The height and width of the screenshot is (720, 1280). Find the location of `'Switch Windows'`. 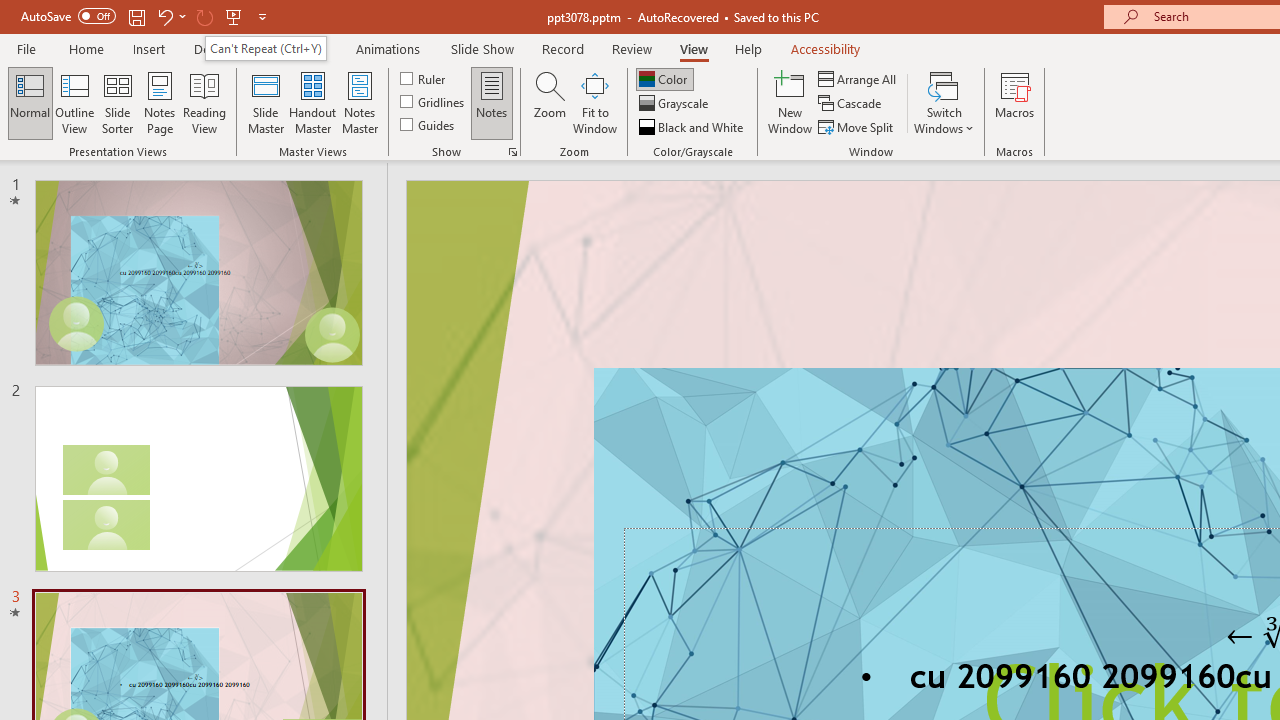

'Switch Windows' is located at coordinates (943, 103).